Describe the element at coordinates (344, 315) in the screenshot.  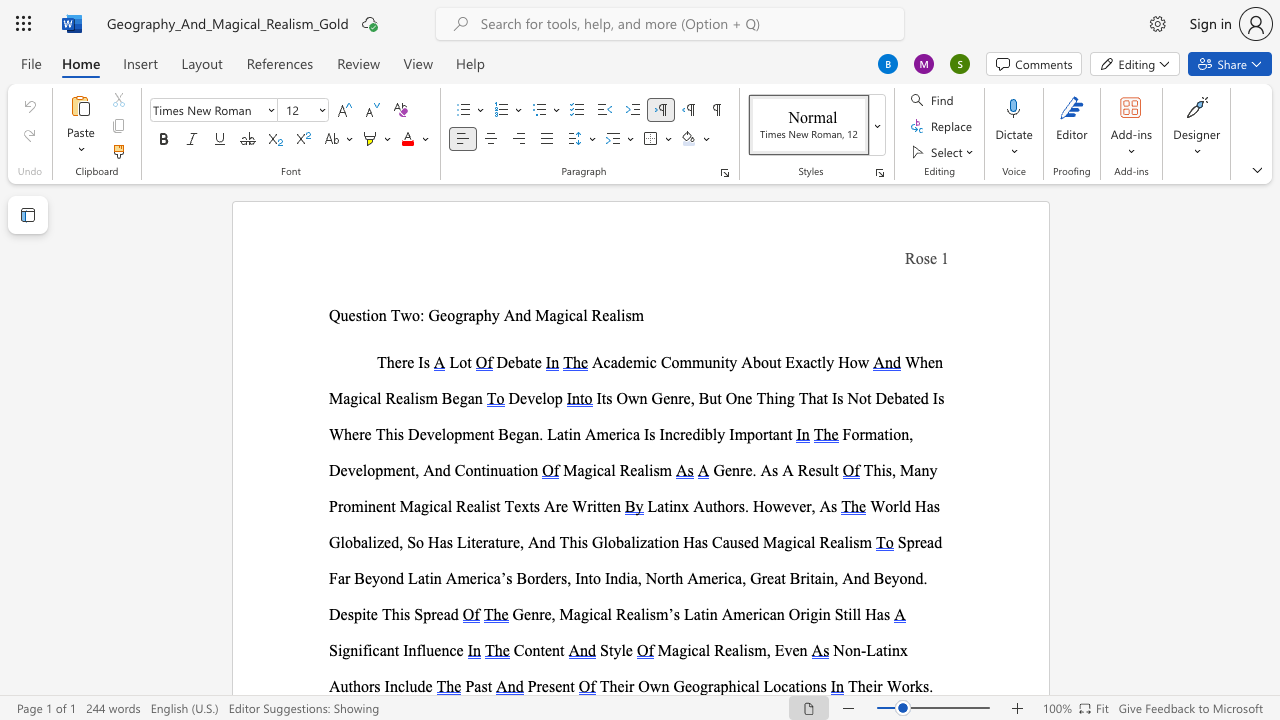
I see `the 1th character "u" in the text` at that location.